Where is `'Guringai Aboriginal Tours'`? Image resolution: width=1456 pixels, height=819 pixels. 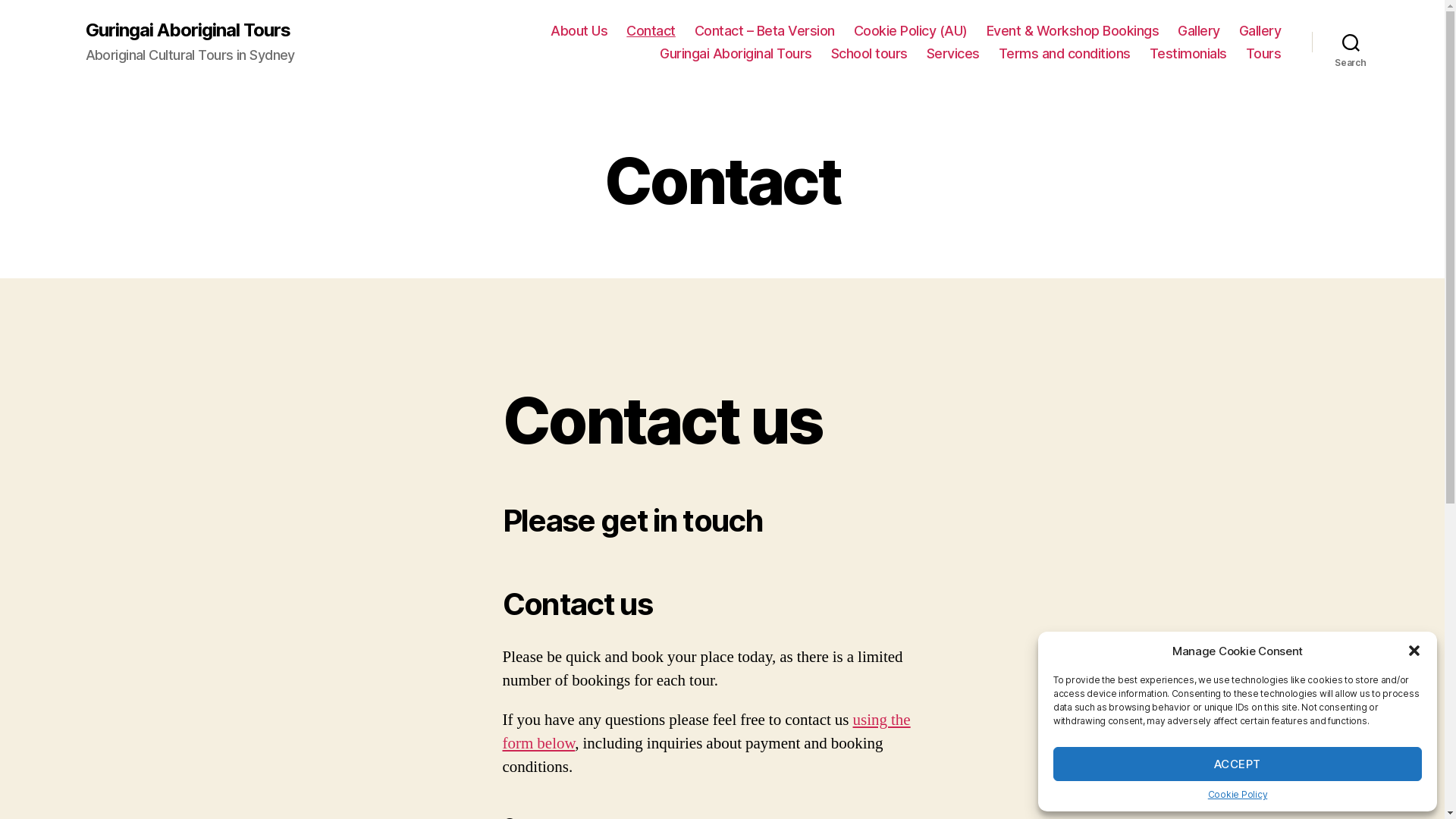
'Guringai Aboriginal Tours' is located at coordinates (186, 30).